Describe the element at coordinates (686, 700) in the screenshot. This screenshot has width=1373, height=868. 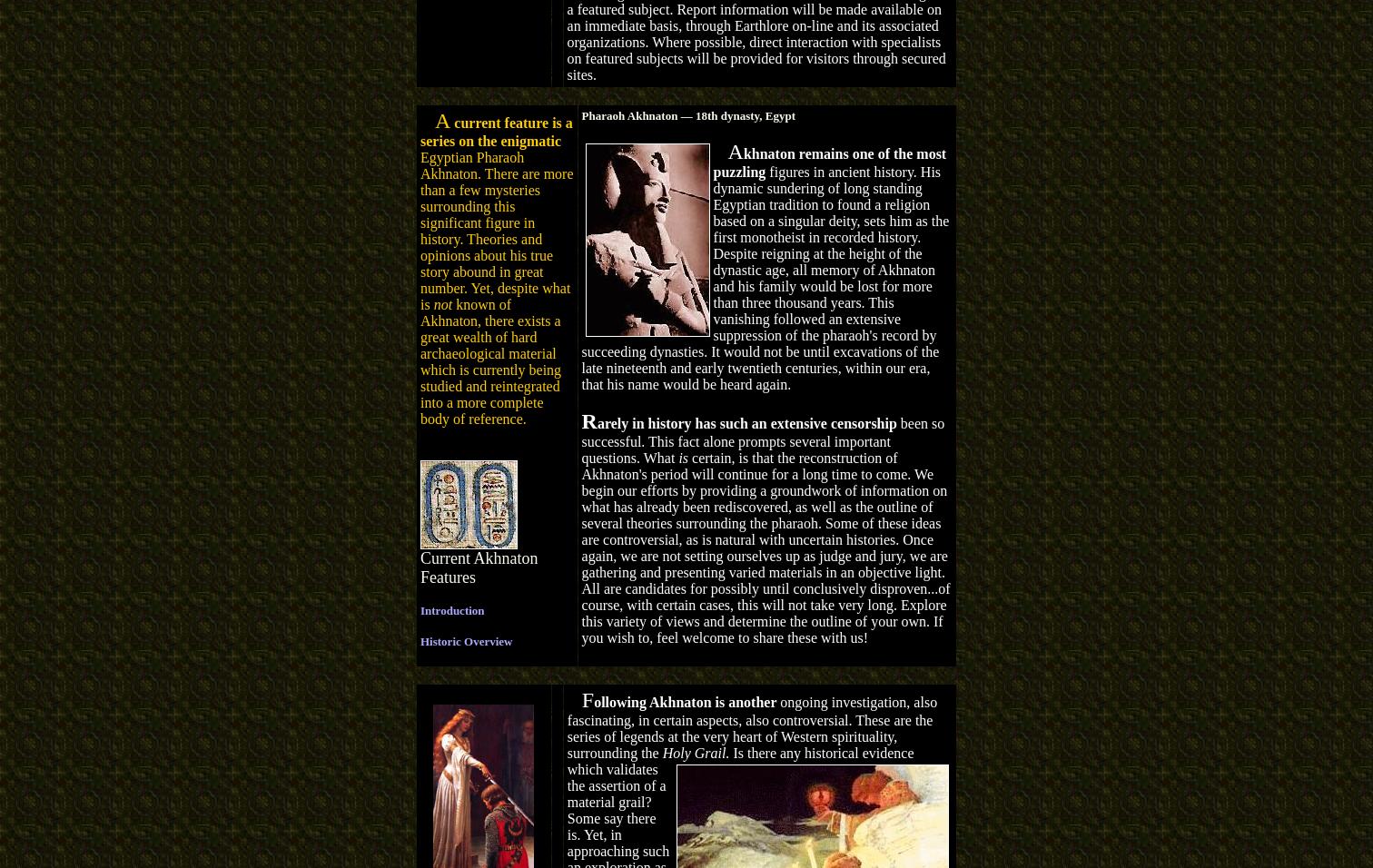
I see `'ollowing 
        Akhnaton is another'` at that location.